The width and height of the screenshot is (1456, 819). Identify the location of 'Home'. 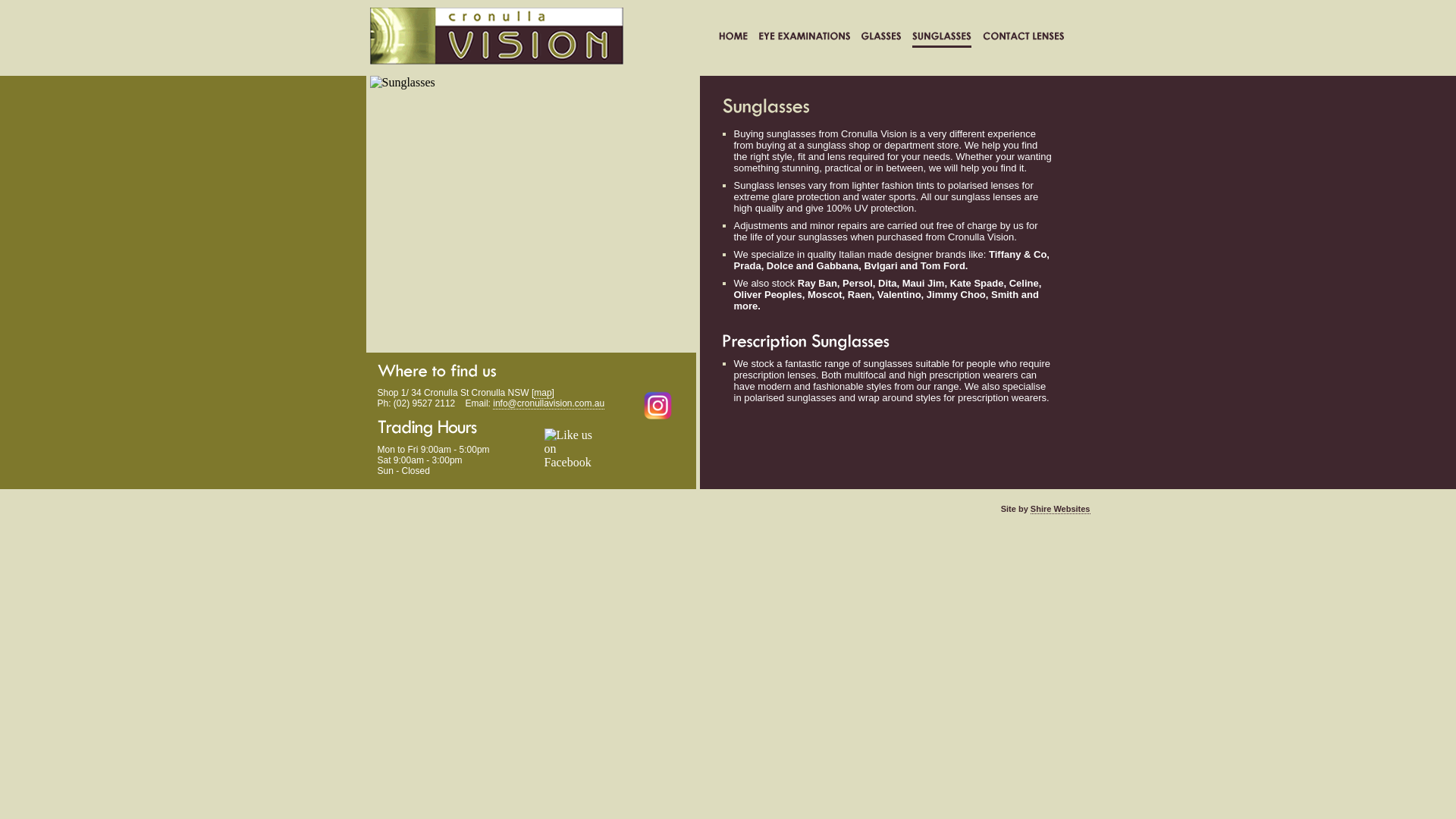
(718, 38).